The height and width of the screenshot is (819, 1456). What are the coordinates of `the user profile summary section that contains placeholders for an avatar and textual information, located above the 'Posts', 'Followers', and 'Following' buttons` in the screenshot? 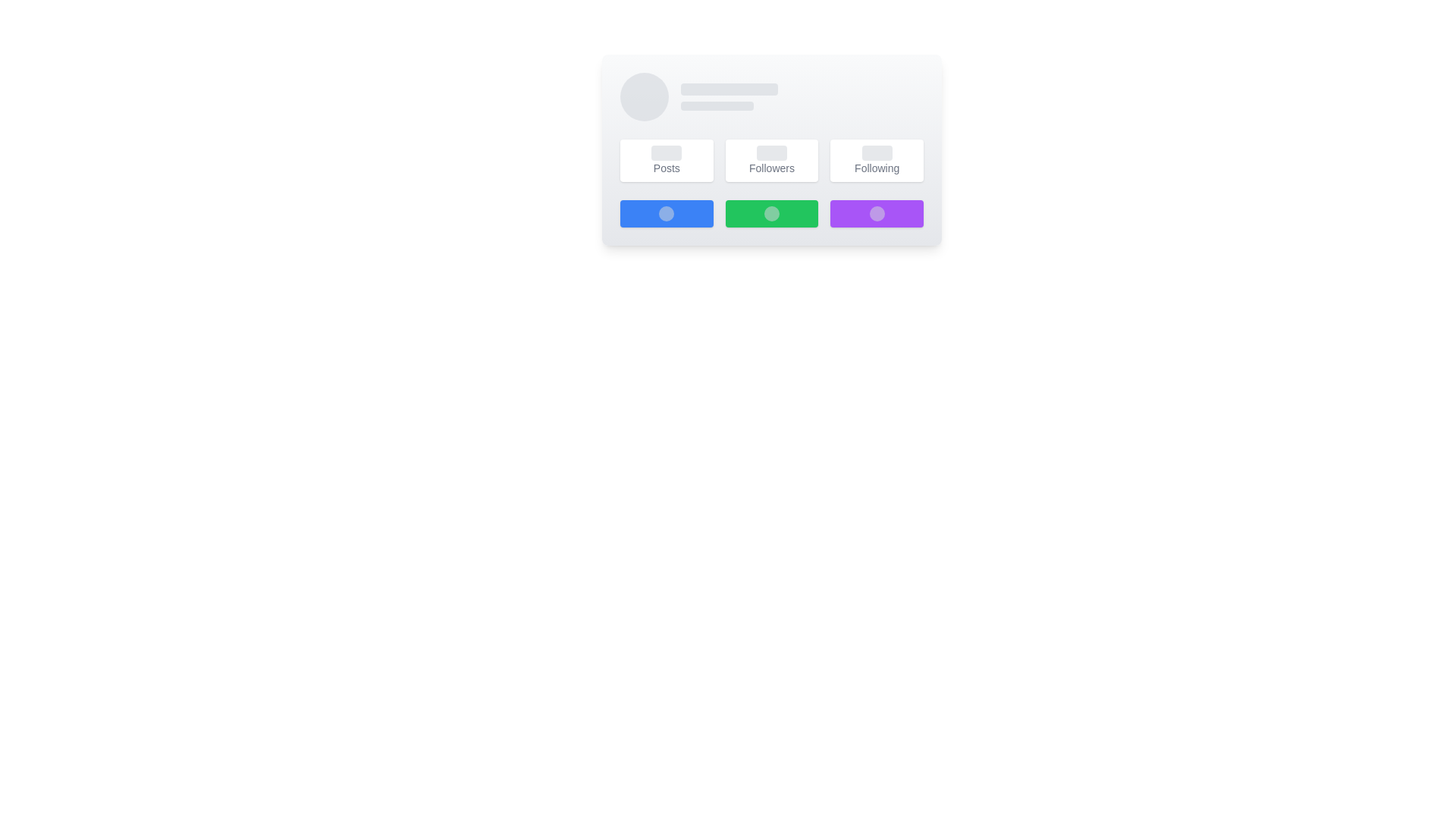 It's located at (771, 96).